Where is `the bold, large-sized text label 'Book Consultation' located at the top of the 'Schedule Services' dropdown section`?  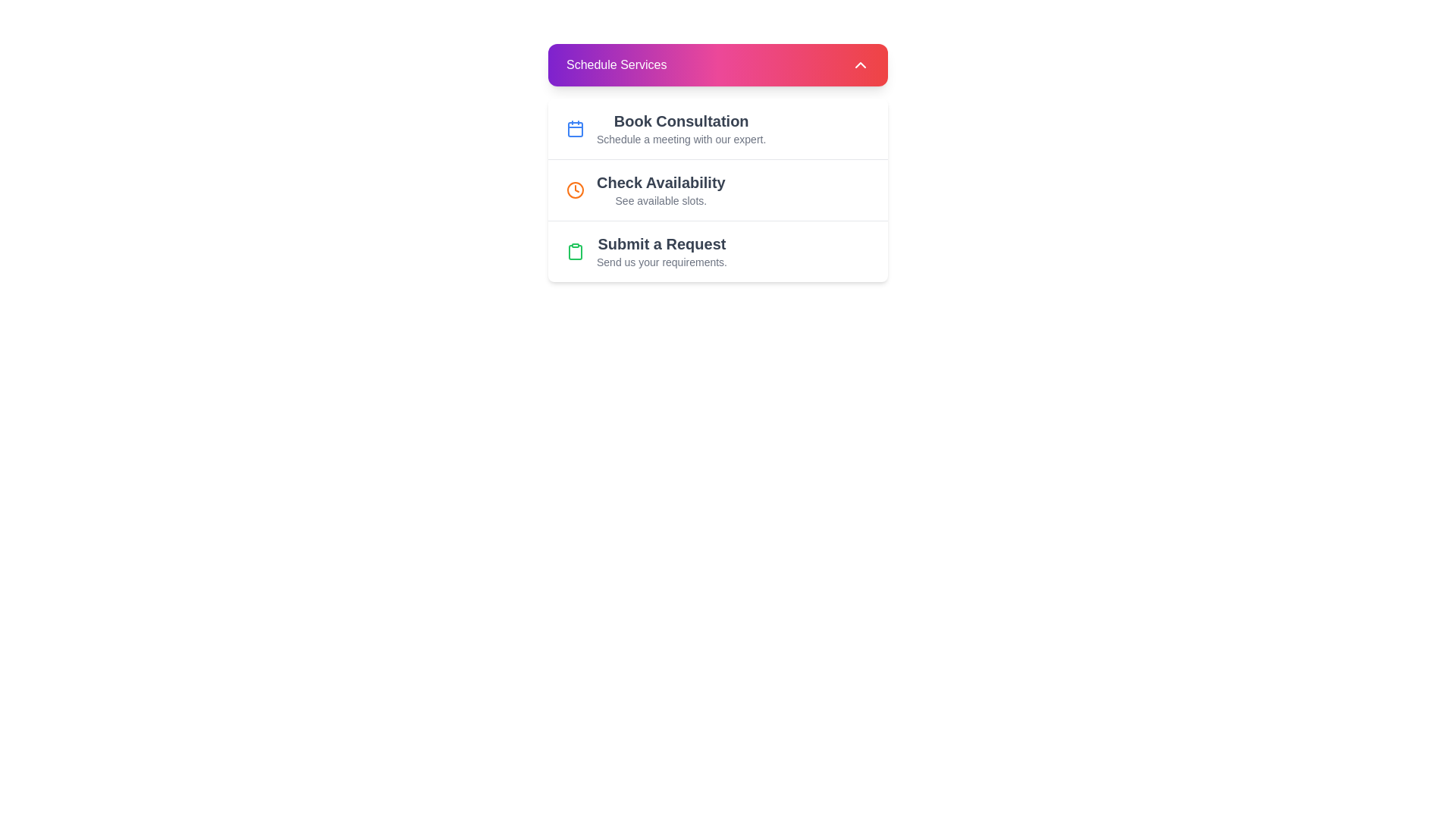
the bold, large-sized text label 'Book Consultation' located at the top of the 'Schedule Services' dropdown section is located at coordinates (680, 120).